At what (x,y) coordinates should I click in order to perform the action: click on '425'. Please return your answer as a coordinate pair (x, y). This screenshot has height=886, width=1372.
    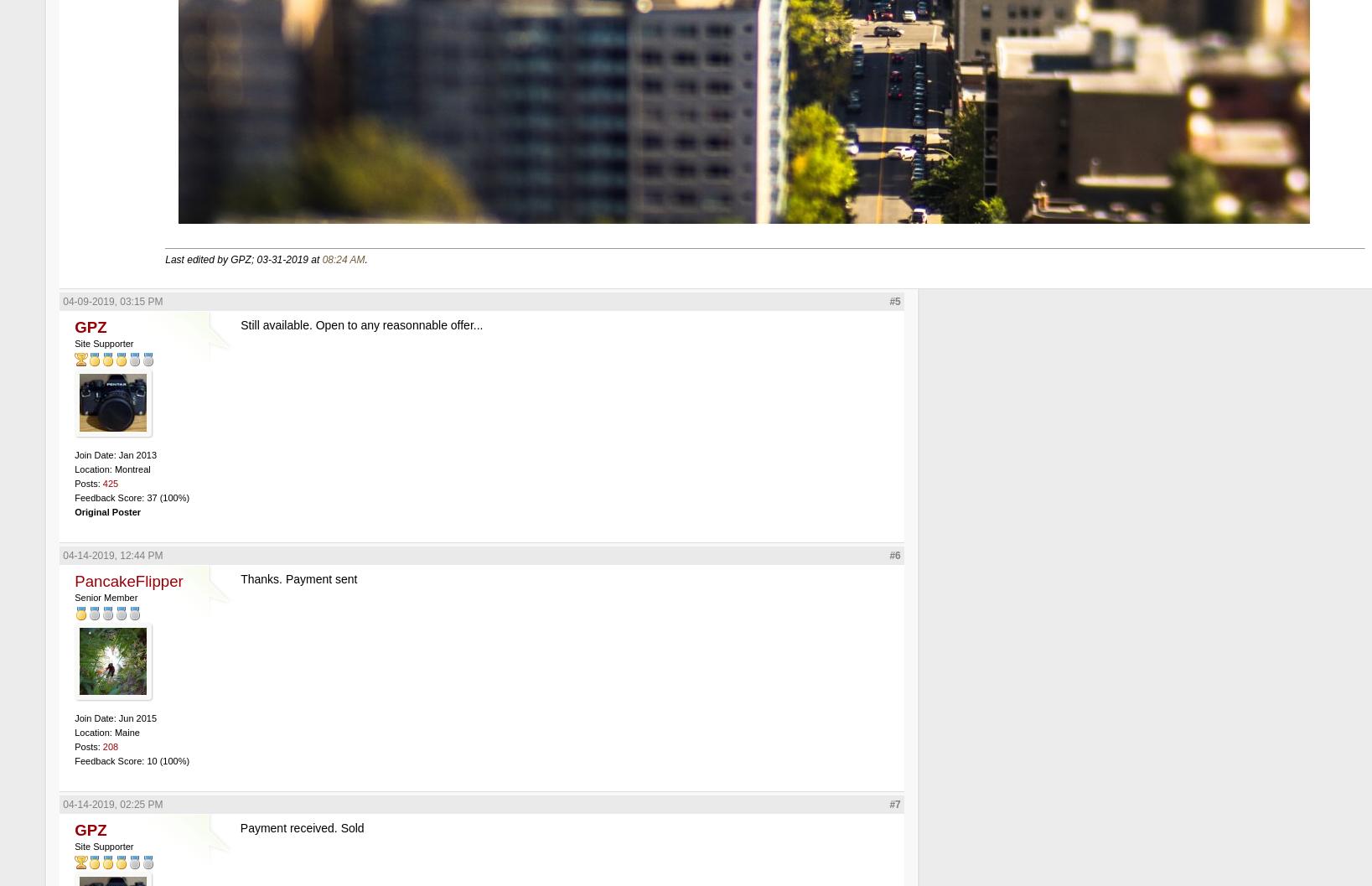
    Looking at the image, I should click on (109, 481).